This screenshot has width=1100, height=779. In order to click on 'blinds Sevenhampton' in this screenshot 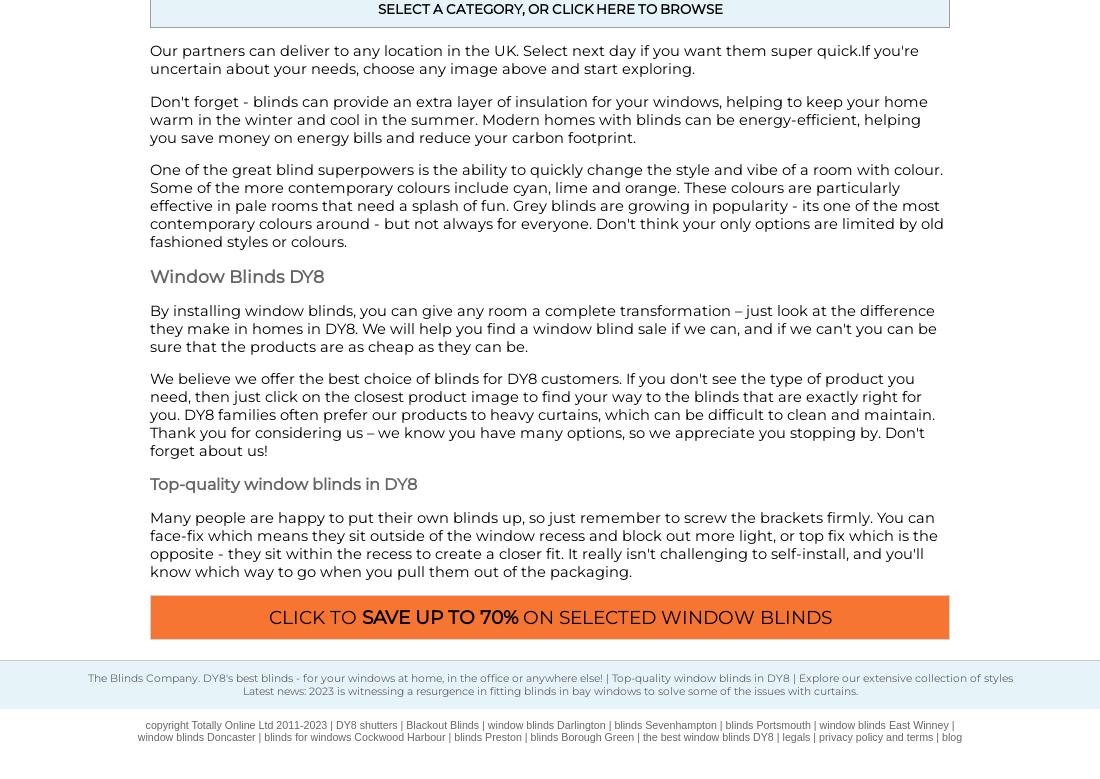, I will do `click(664, 724)`.